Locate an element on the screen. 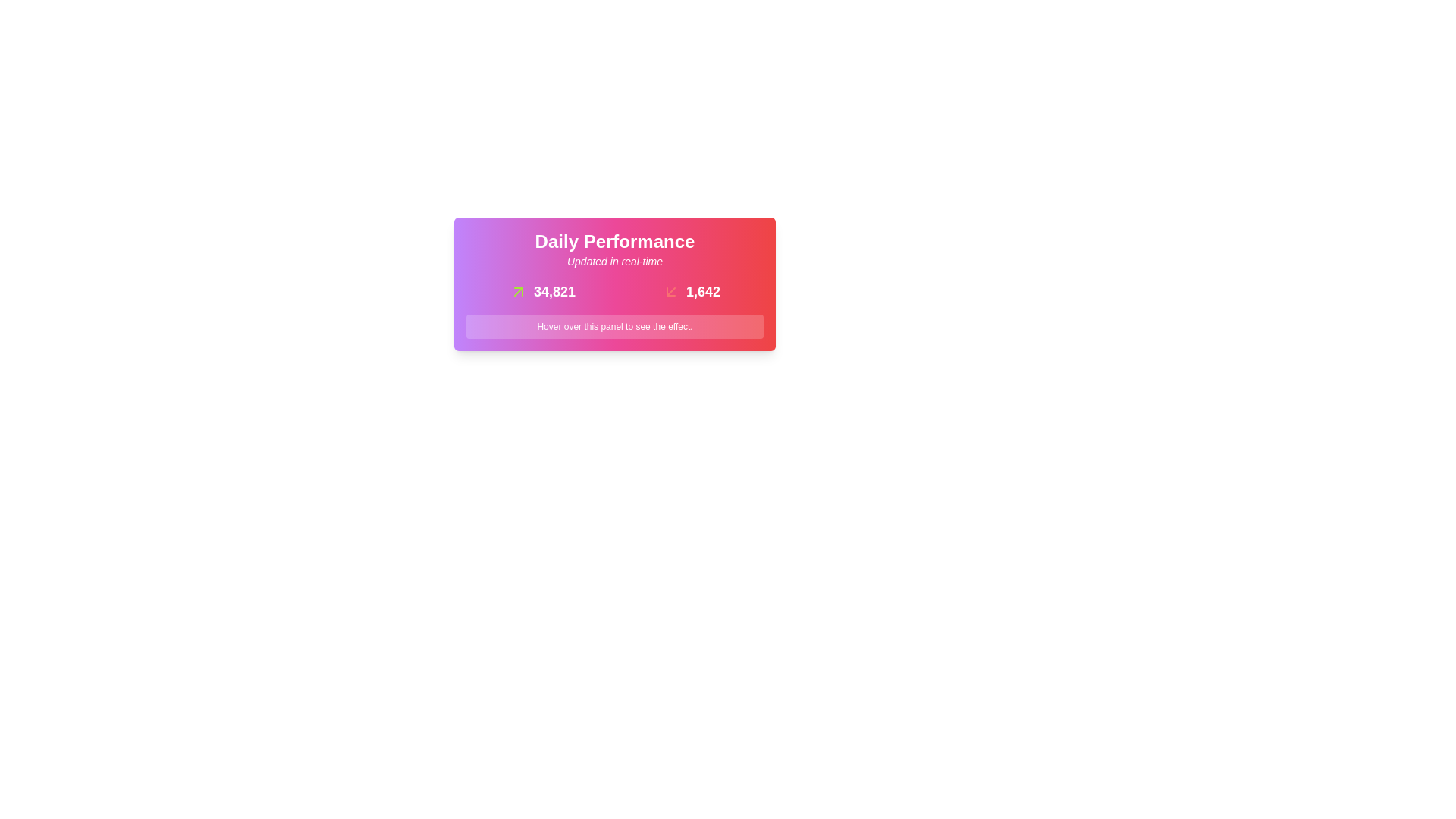 The width and height of the screenshot is (1456, 819). information displayed in the textual header 'Daily Performance' with the subtitle 'Updated in real-time', which is centrally aligned and styled in white against a gradient background is located at coordinates (615, 251).